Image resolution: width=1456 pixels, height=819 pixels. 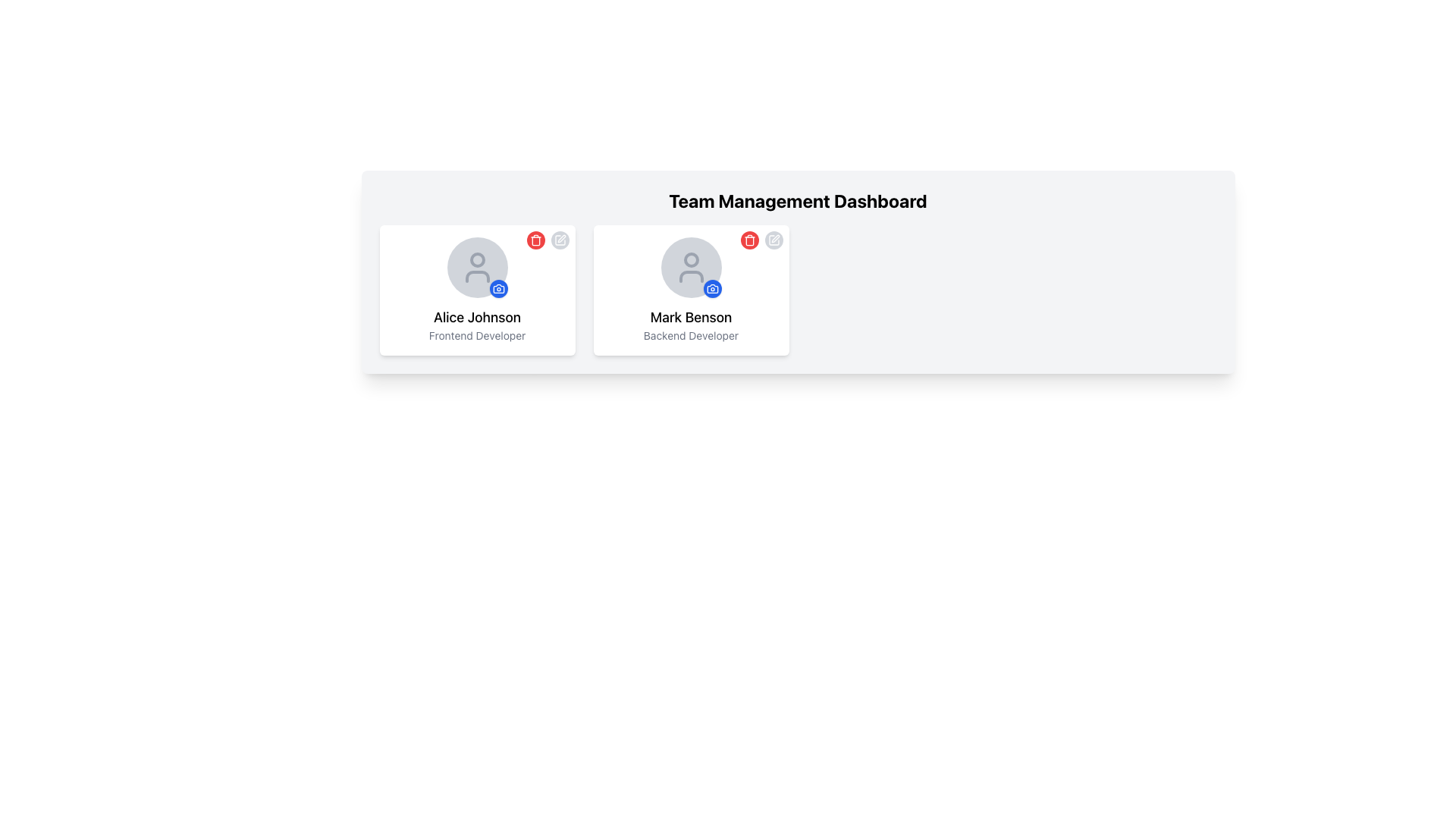 What do you see at coordinates (498, 289) in the screenshot?
I see `the button located in the bottom-right corner of Alice Johnson's circular avatar image for keyboard interactions` at bounding box center [498, 289].